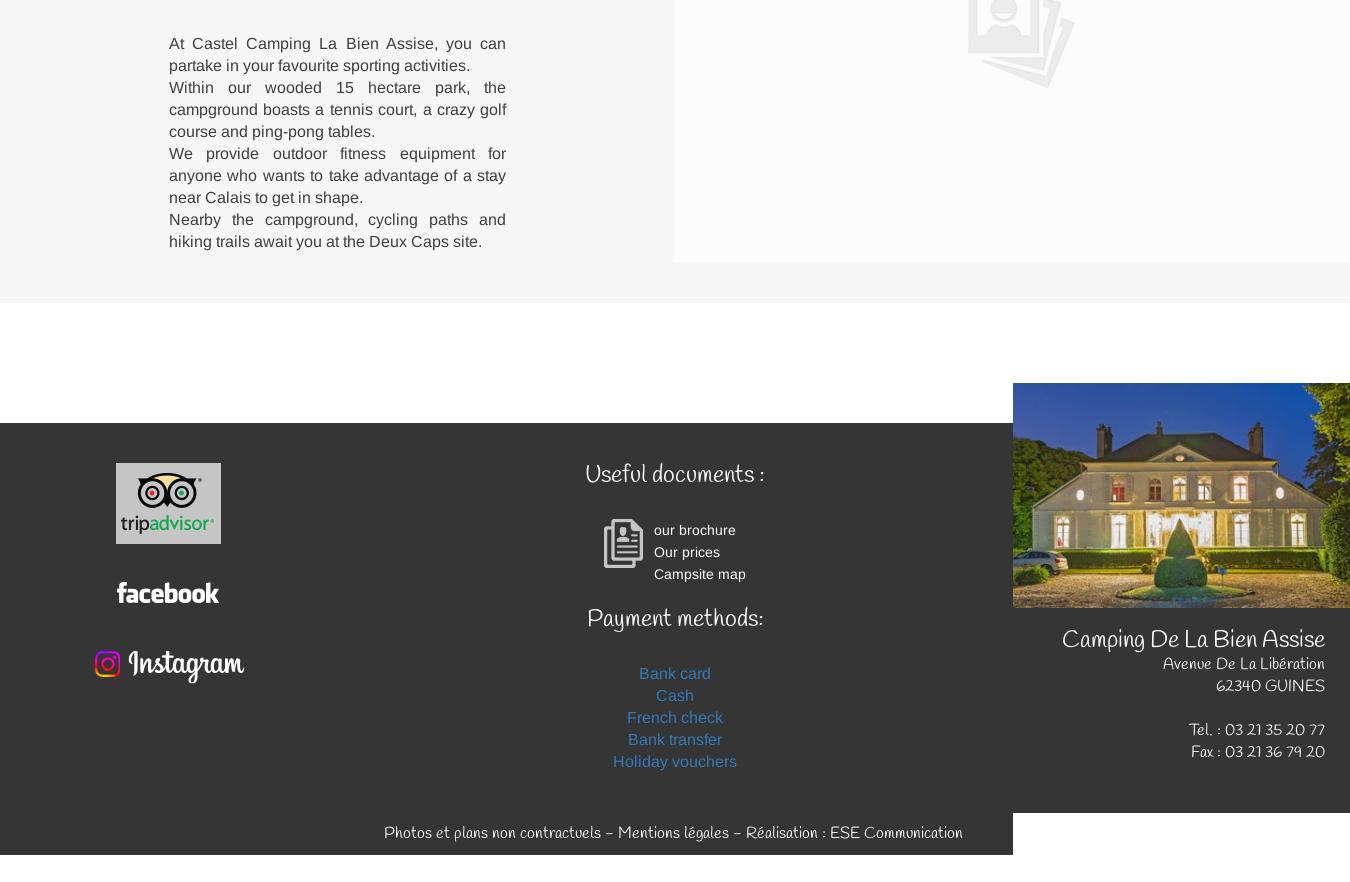  I want to click on 'Fax : 03 21 36 79 20', so click(1258, 751).